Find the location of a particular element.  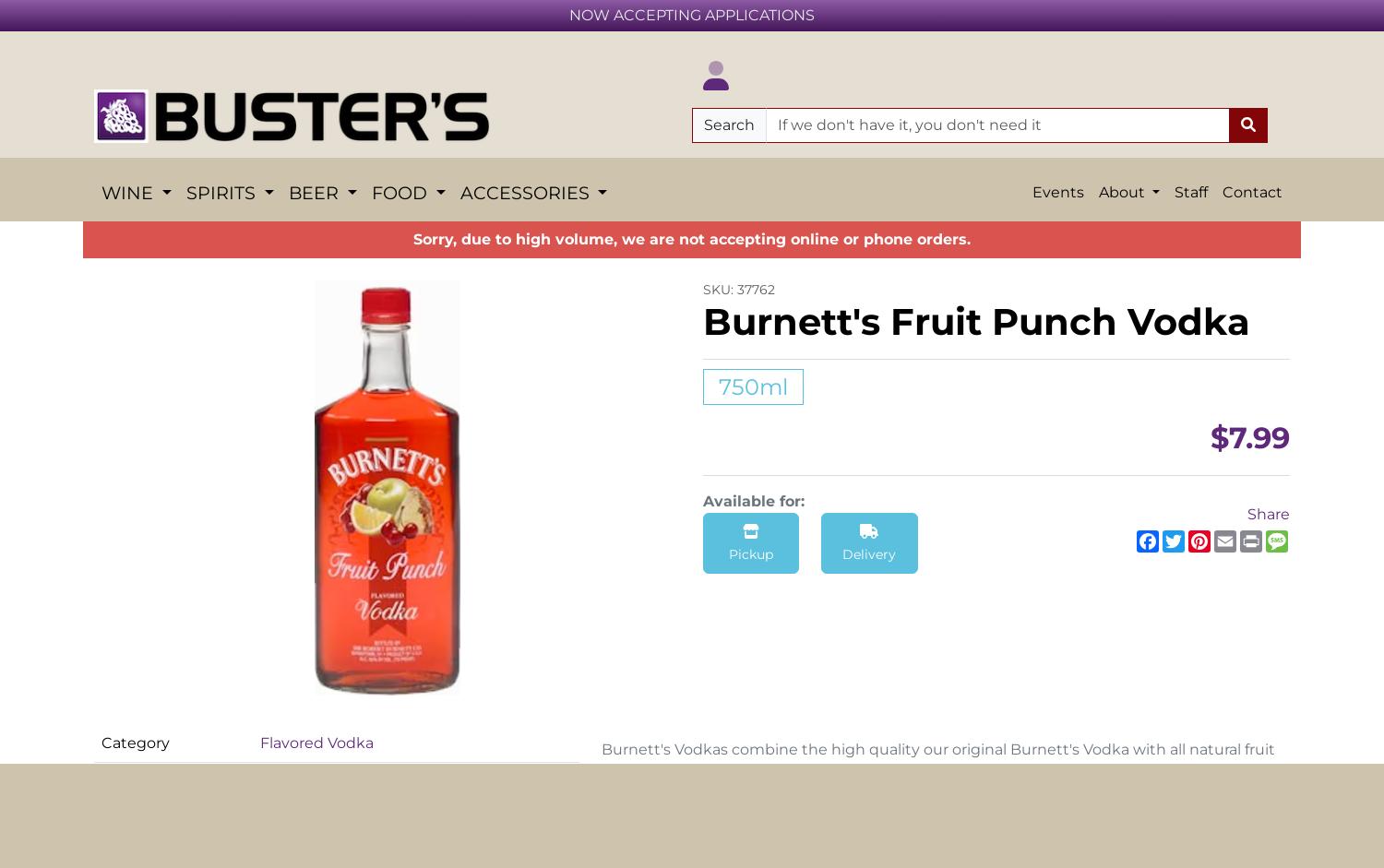

'Burnett's' is located at coordinates (292, 53).